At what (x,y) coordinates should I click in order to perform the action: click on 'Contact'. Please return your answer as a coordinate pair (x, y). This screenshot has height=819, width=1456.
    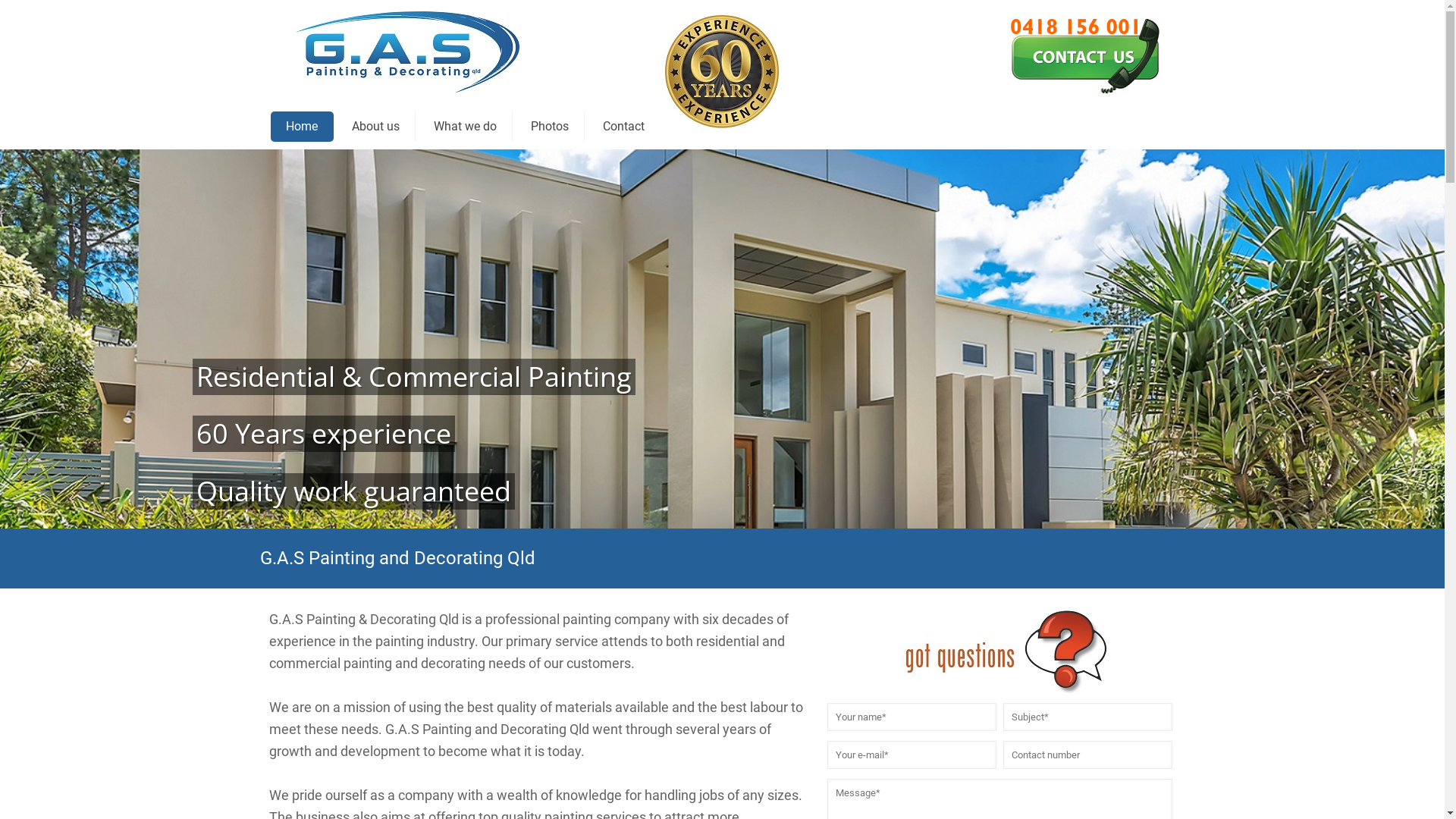
    Looking at the image, I should click on (586, 125).